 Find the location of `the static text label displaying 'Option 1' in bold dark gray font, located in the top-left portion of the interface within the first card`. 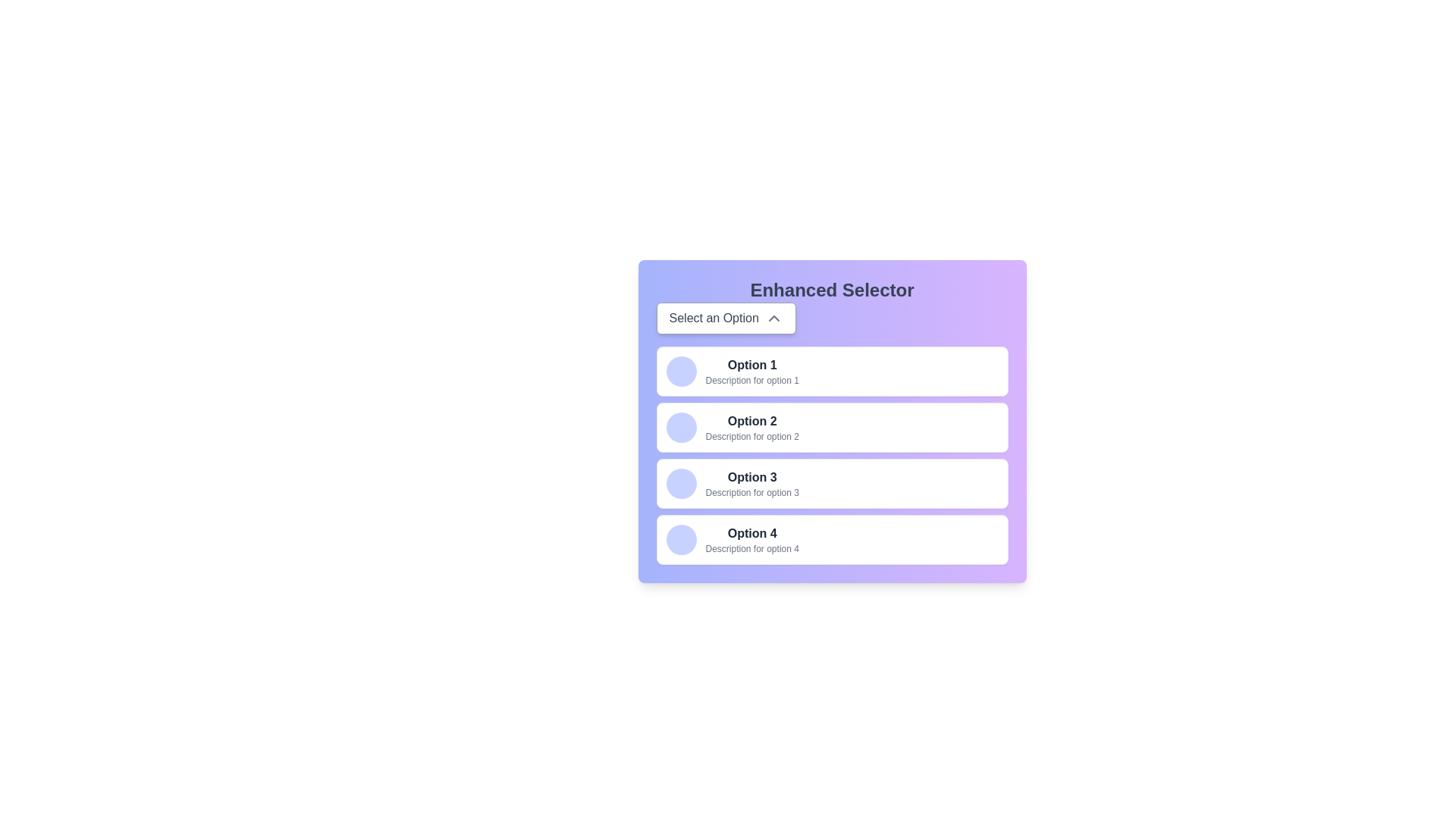

the static text label displaying 'Option 1' in bold dark gray font, located in the top-left portion of the interface within the first card is located at coordinates (752, 366).